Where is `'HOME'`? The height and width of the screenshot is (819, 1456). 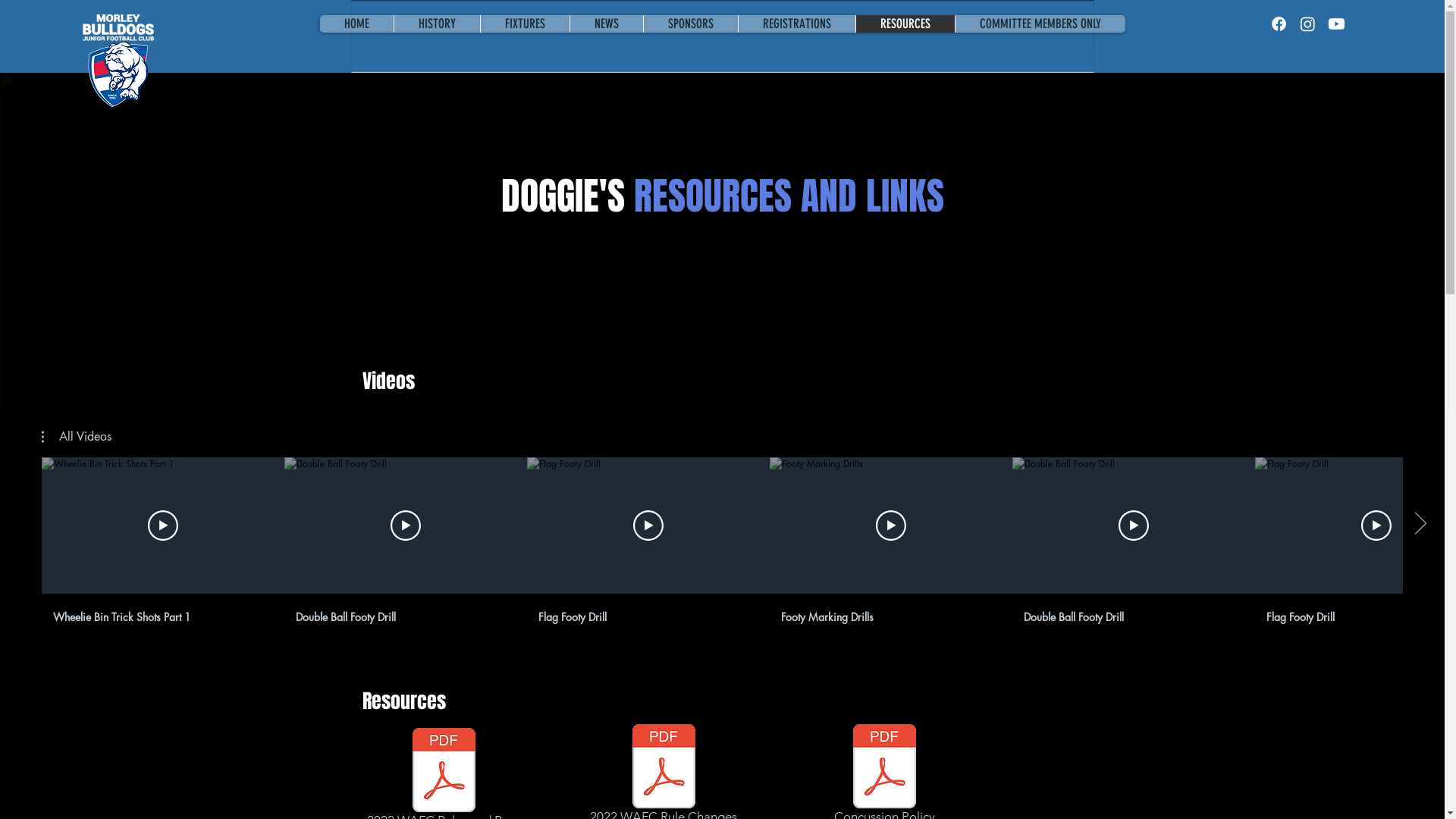
'HOME' is located at coordinates (319, 24).